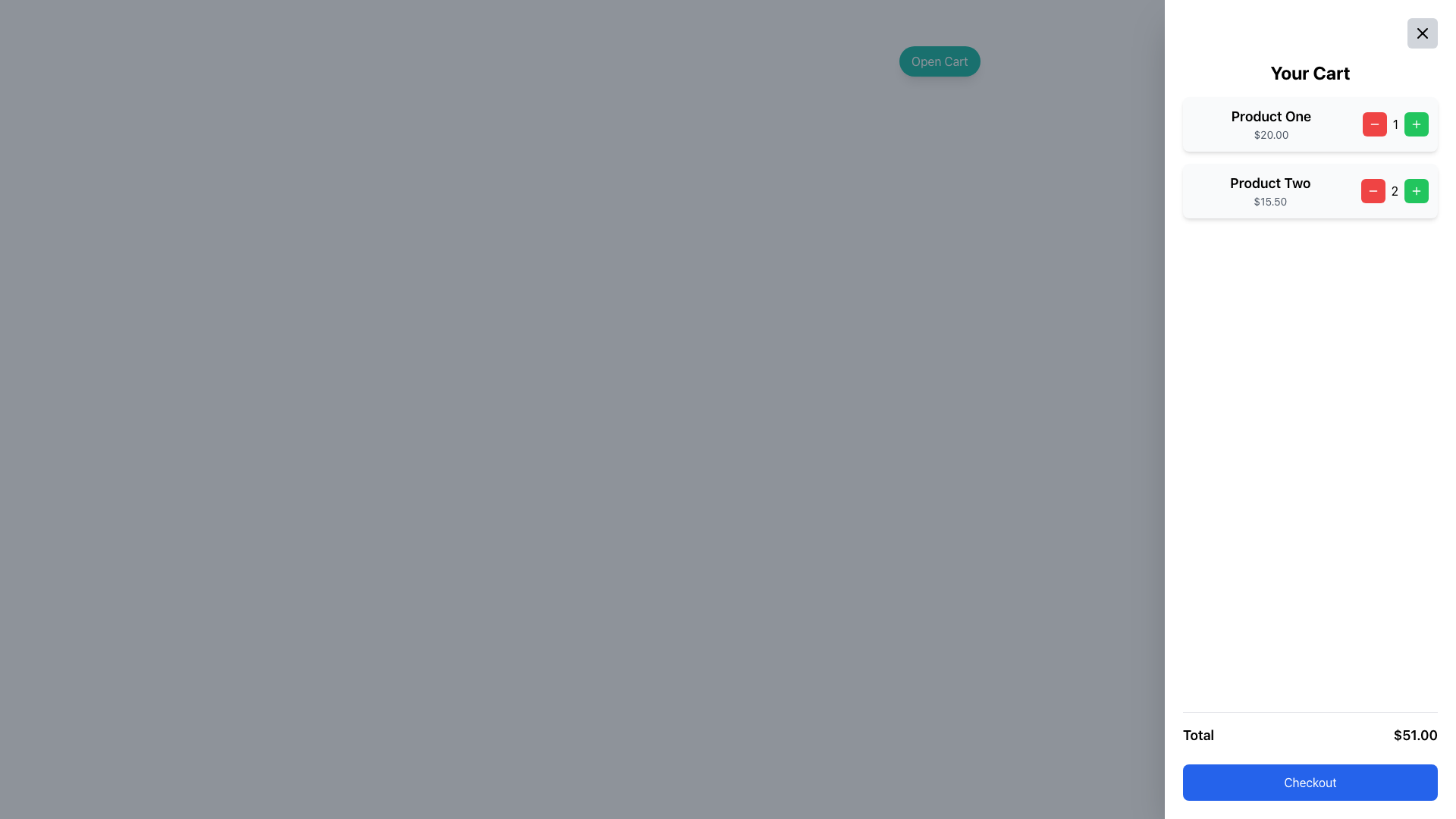 The width and height of the screenshot is (1456, 819). Describe the element at coordinates (1270, 201) in the screenshot. I see `the Price label displaying the price '$15.50', which is located below the product name 'Product Two' in the cart interface` at that location.